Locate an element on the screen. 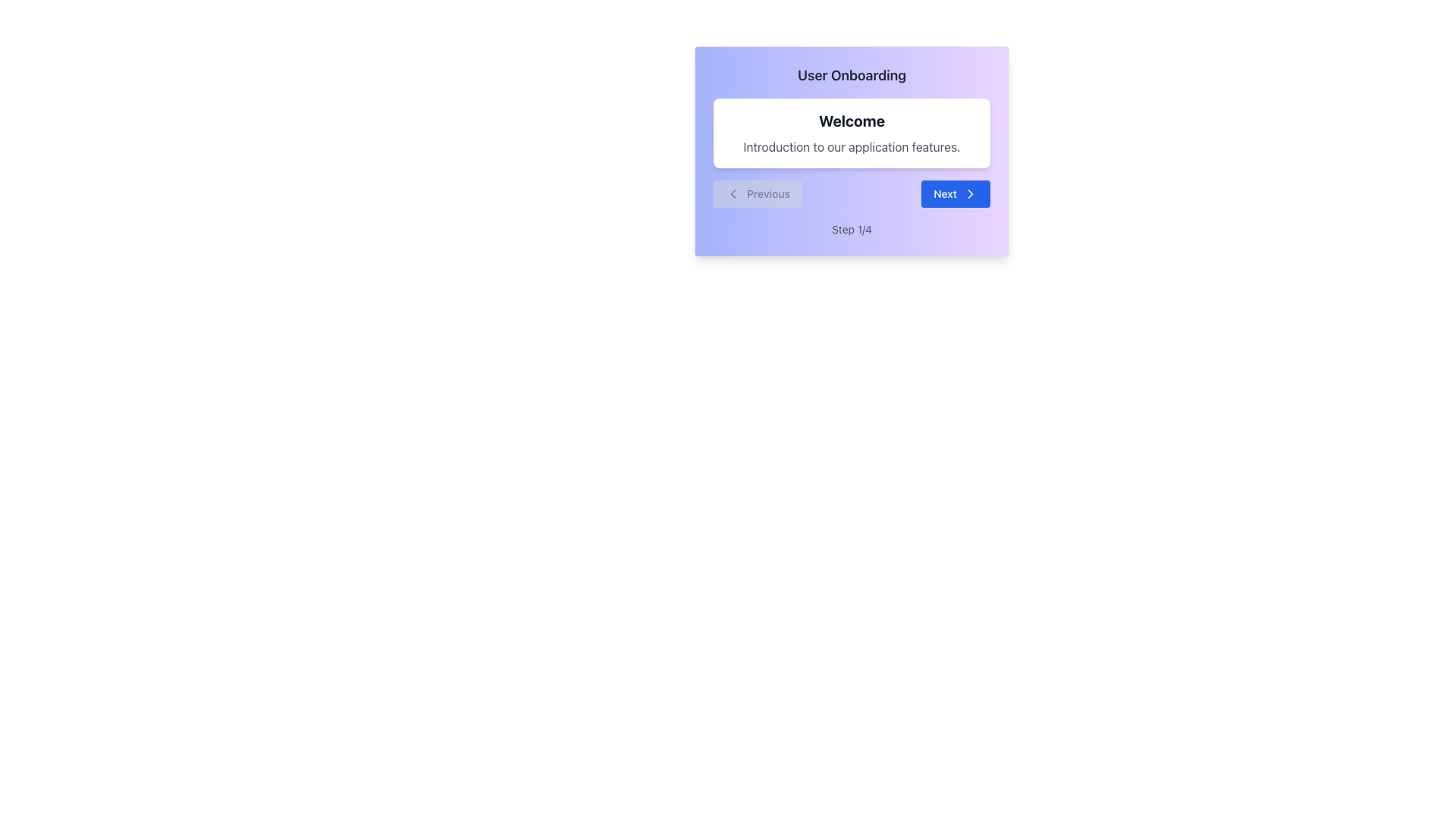 The width and height of the screenshot is (1456, 819). the 'Welcome' static text header, which is styled in bold, dark gray font and is positioned at the top of the onboarding modal is located at coordinates (852, 120).